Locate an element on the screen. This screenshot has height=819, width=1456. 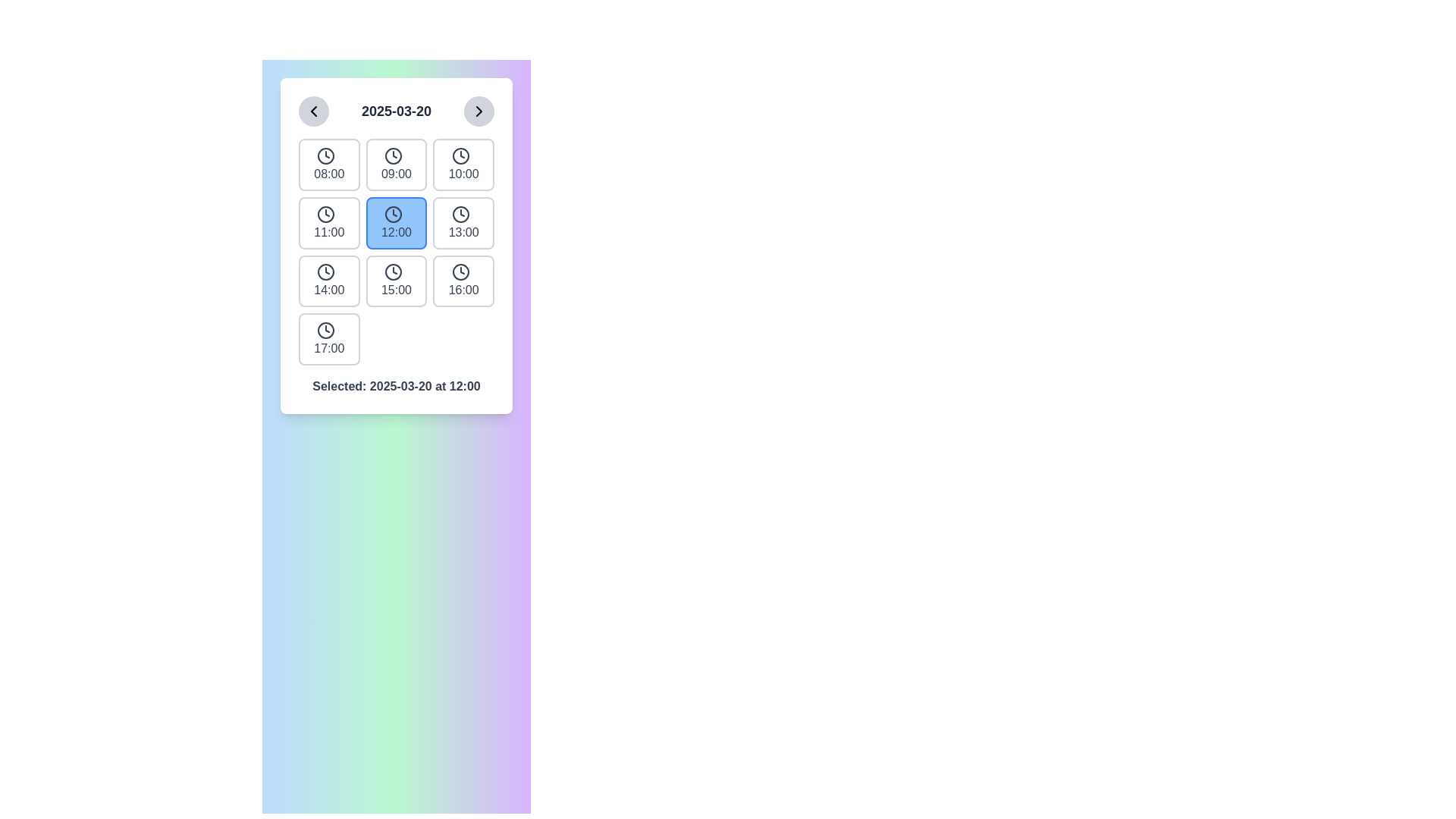
the button representing the selectable time option '12:00' is located at coordinates (397, 223).